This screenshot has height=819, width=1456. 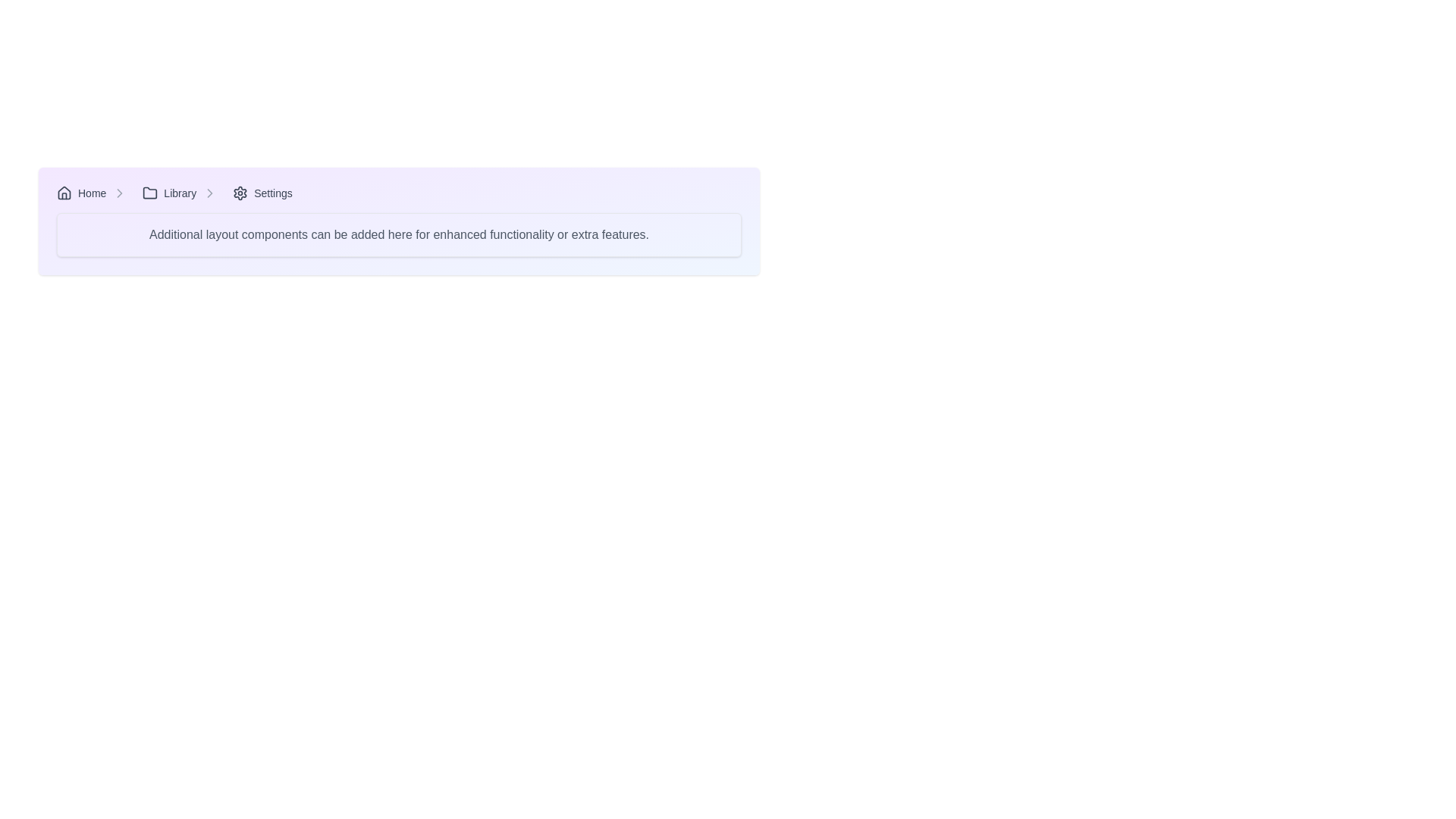 I want to click on the 'Home' icon located in the top-left corner of the interface, which is part of the breadcrumb navigation bar and positioned to the left of the 'Home' text, so click(x=64, y=192).